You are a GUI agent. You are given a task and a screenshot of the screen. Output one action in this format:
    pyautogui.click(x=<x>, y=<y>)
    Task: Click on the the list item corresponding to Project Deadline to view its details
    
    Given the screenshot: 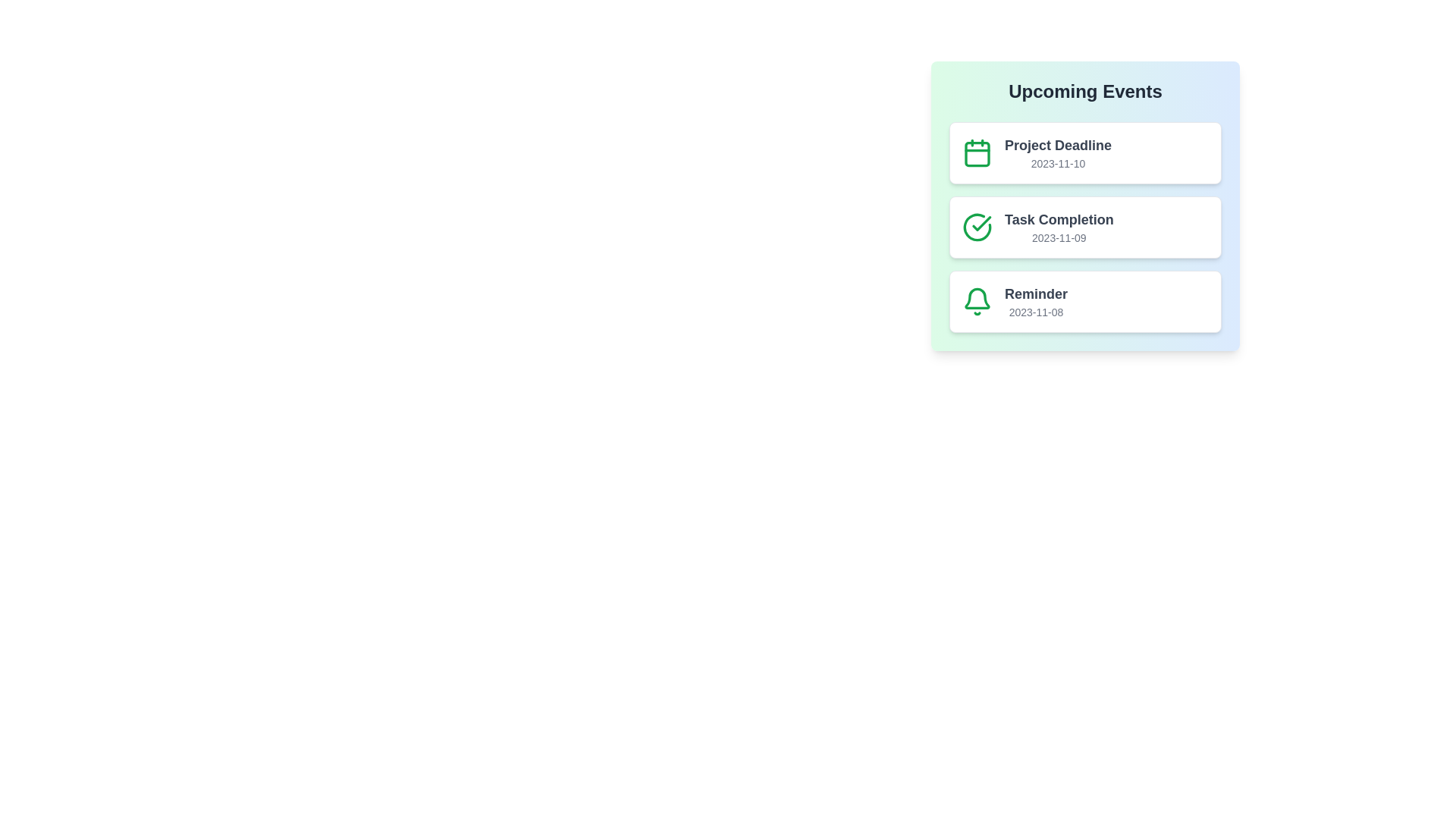 What is the action you would take?
    pyautogui.click(x=1084, y=152)
    